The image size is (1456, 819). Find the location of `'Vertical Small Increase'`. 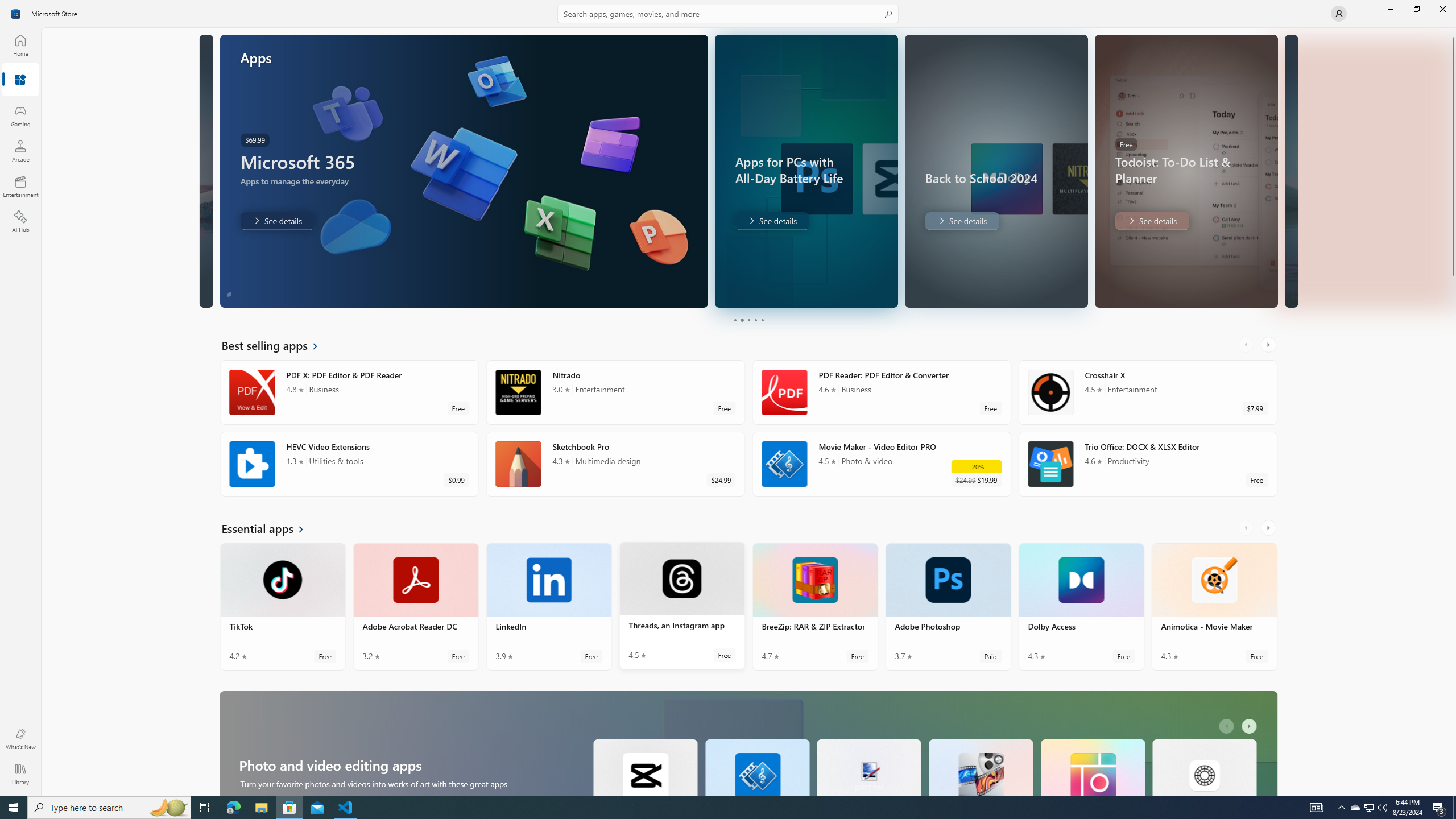

'Vertical Small Increase' is located at coordinates (1451, 792).